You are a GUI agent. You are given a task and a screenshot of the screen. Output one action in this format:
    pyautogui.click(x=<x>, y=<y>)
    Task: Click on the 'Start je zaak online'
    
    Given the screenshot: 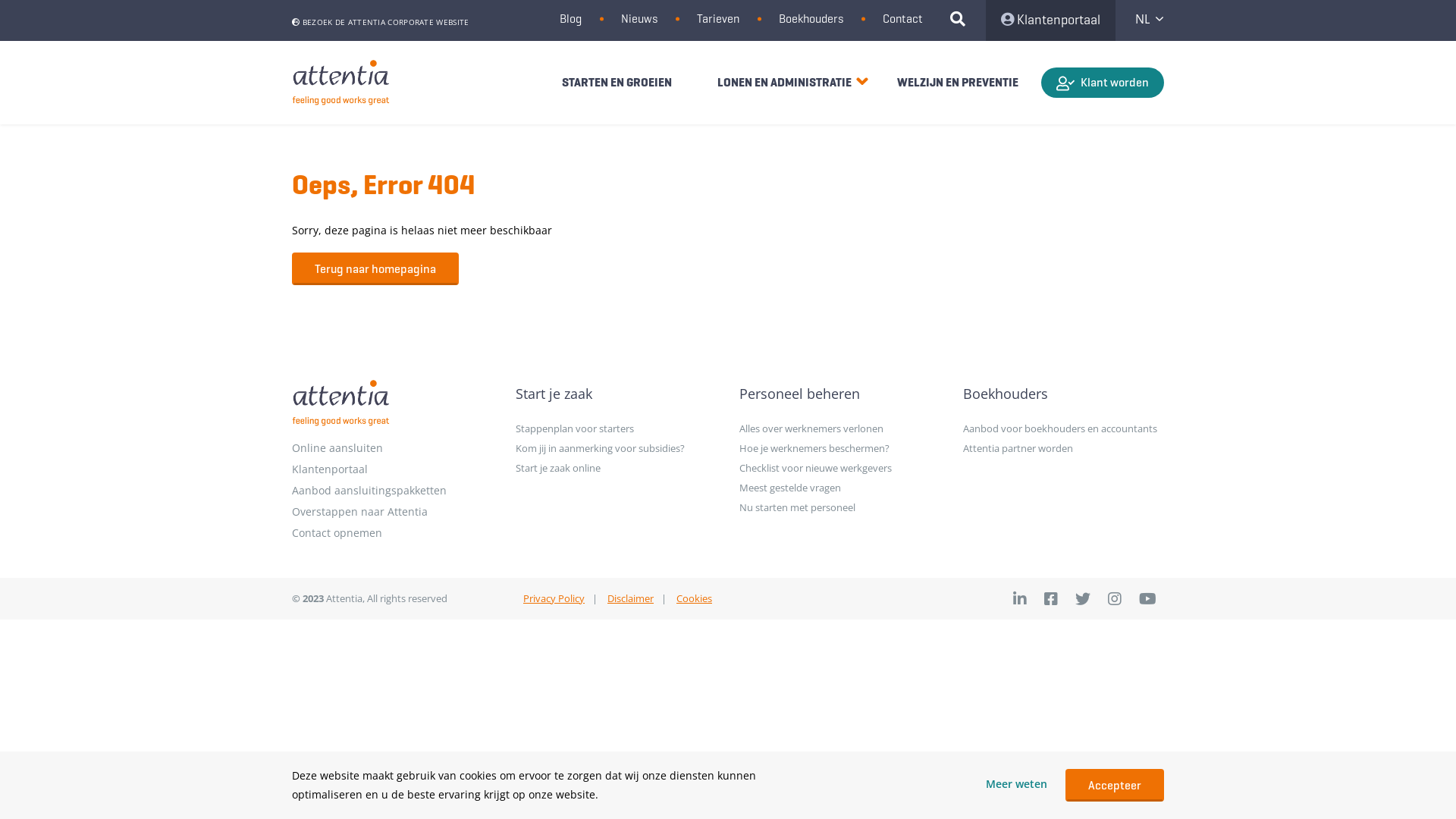 What is the action you would take?
    pyautogui.click(x=616, y=467)
    